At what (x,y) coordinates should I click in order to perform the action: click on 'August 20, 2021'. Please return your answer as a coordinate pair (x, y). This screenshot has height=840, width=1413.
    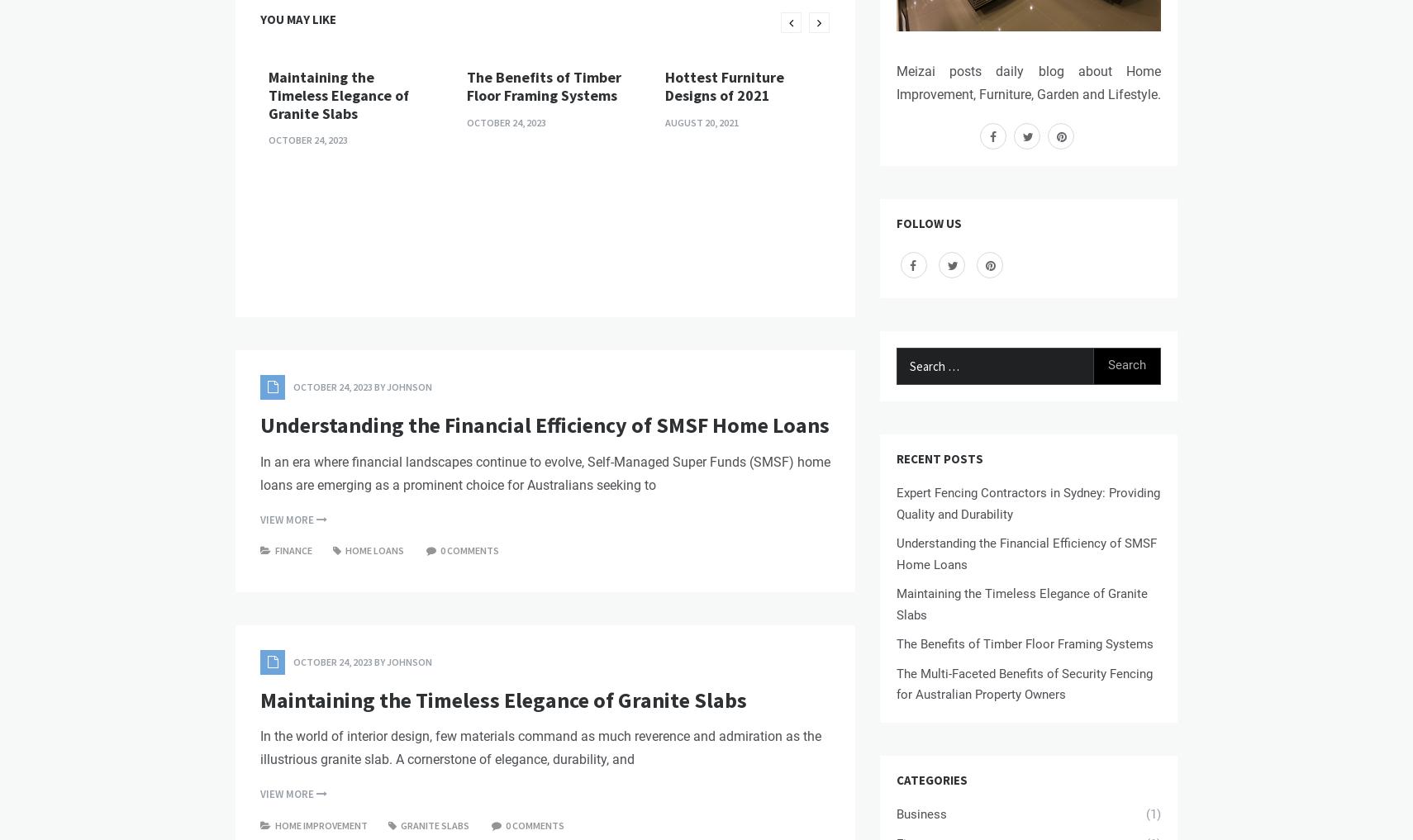
    Looking at the image, I should click on (702, 121).